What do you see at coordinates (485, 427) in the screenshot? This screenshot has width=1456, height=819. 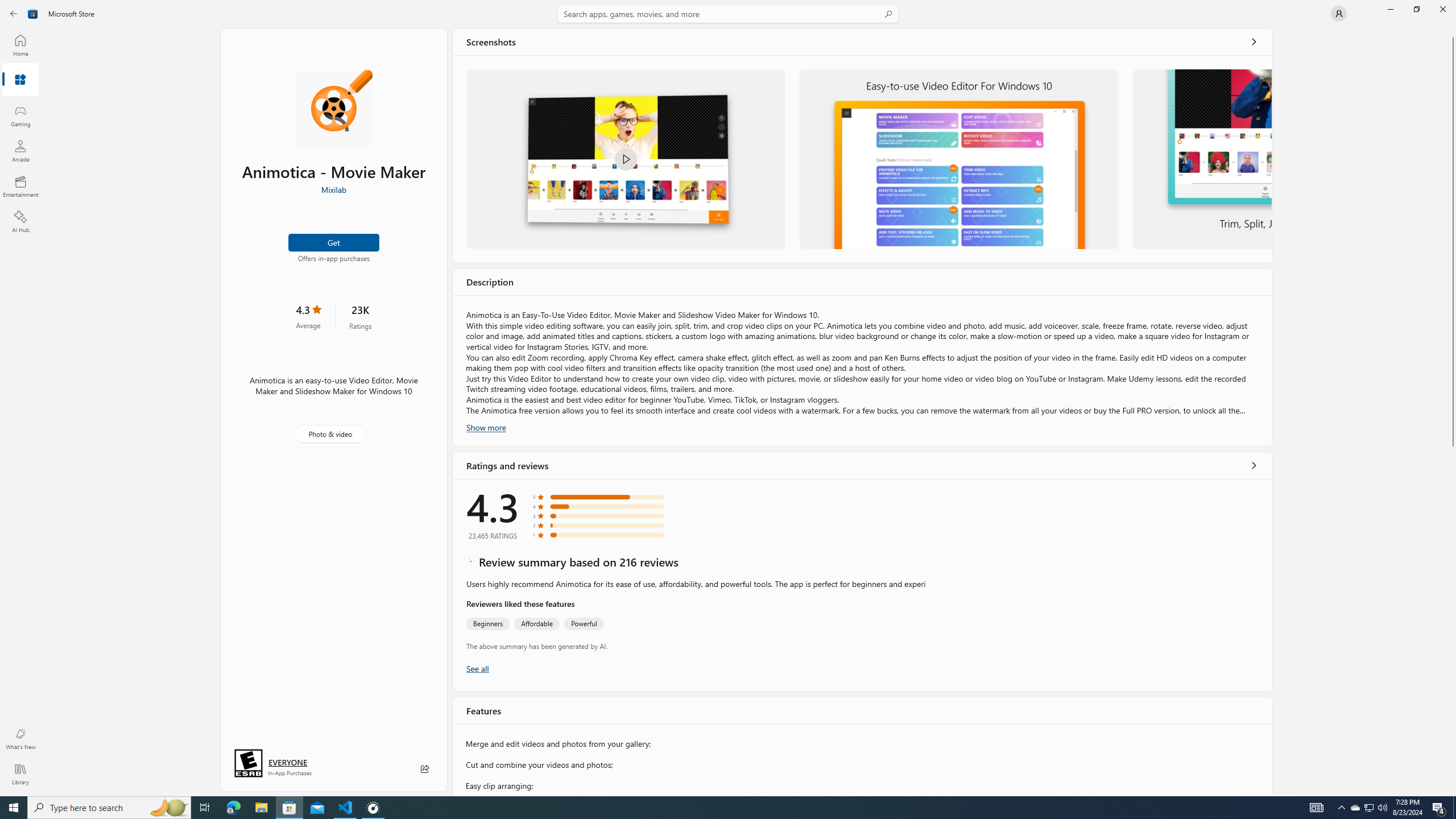 I see `'Show more'` at bounding box center [485, 427].